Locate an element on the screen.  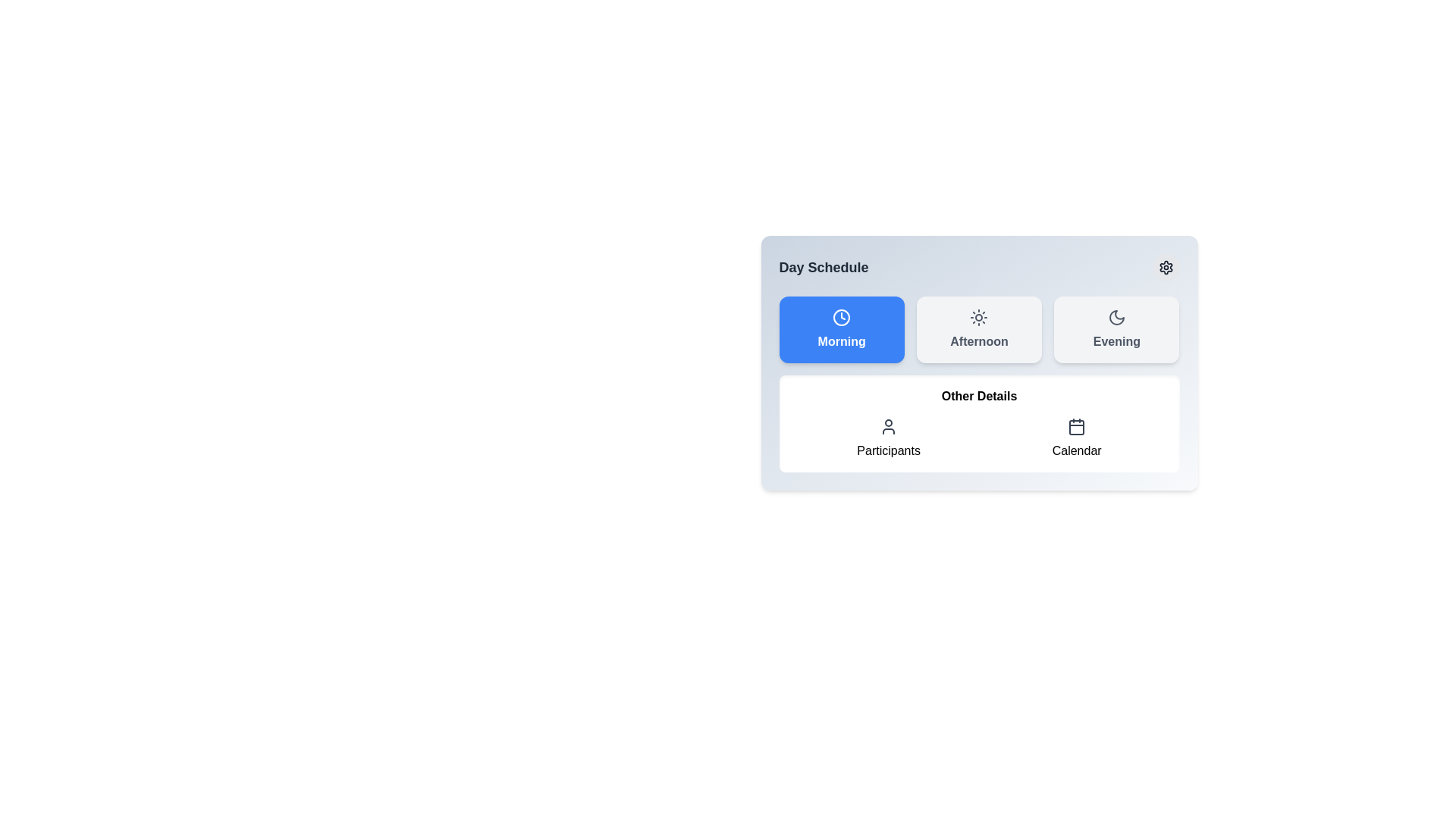
the small calendar icon, which features a minimalist monochrome outline style, located to the right of the 'Participants' icon and beneath the 'Other Details' header is located at coordinates (1076, 427).